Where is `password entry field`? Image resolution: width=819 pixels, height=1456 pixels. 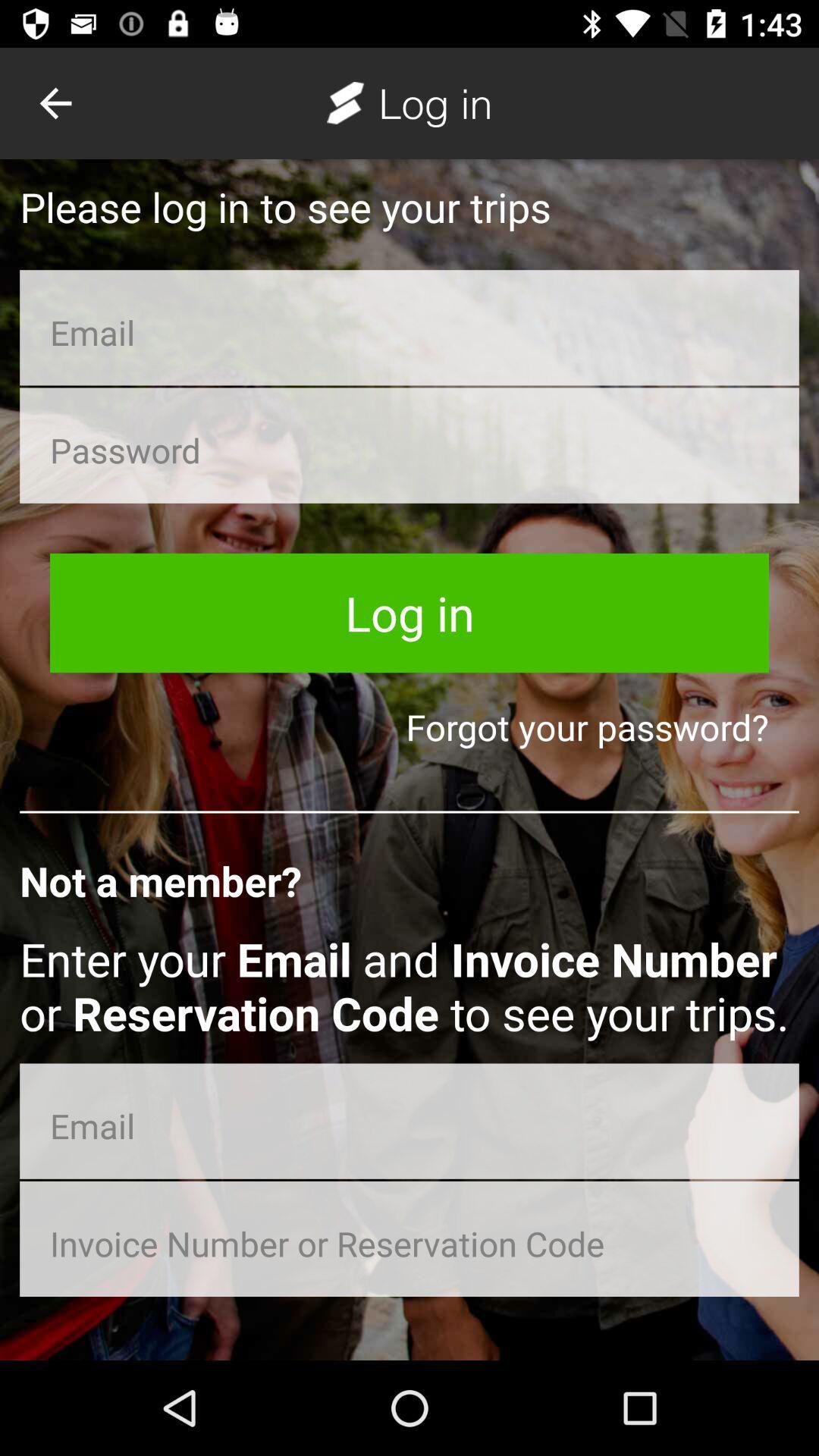
password entry field is located at coordinates (409, 444).